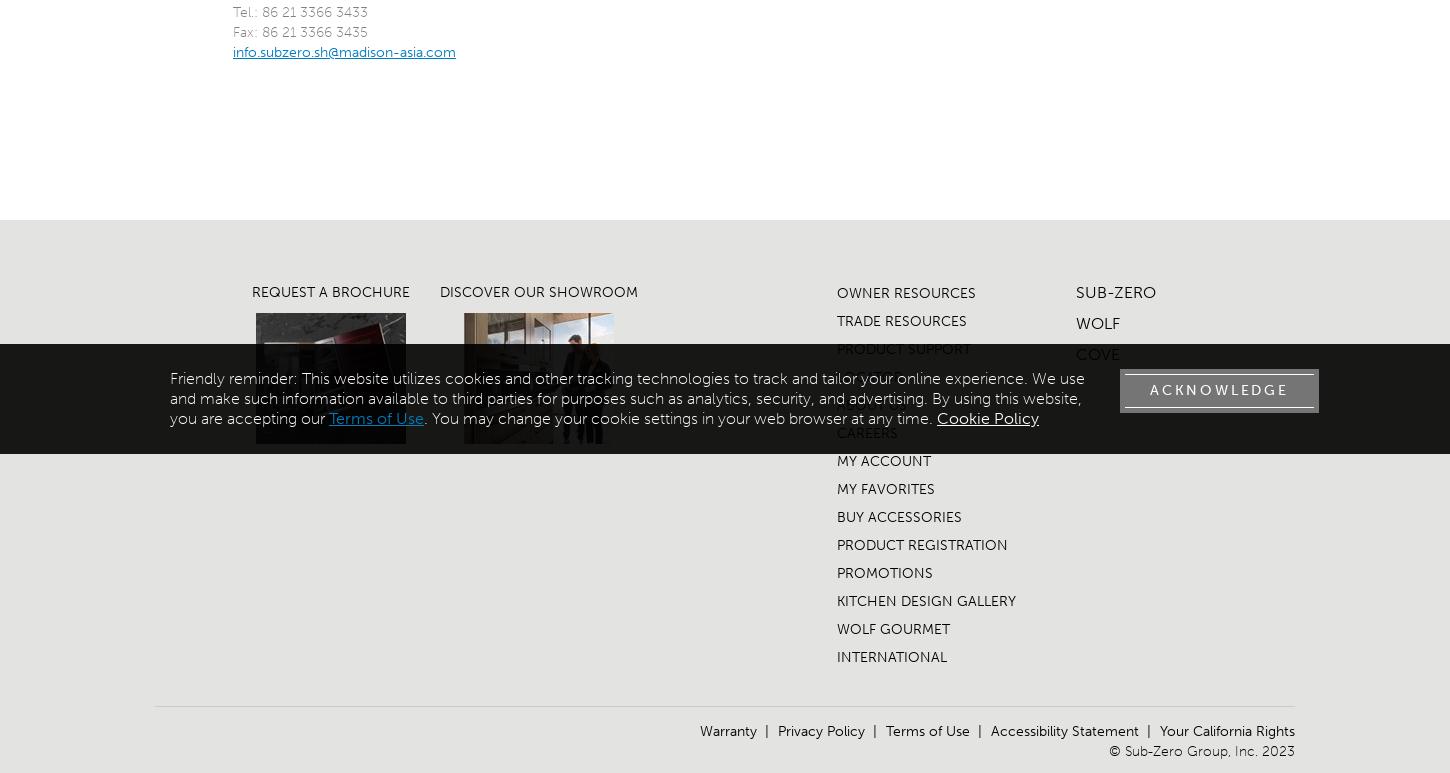  I want to click on '86 21 3366 3435', so click(314, 32).